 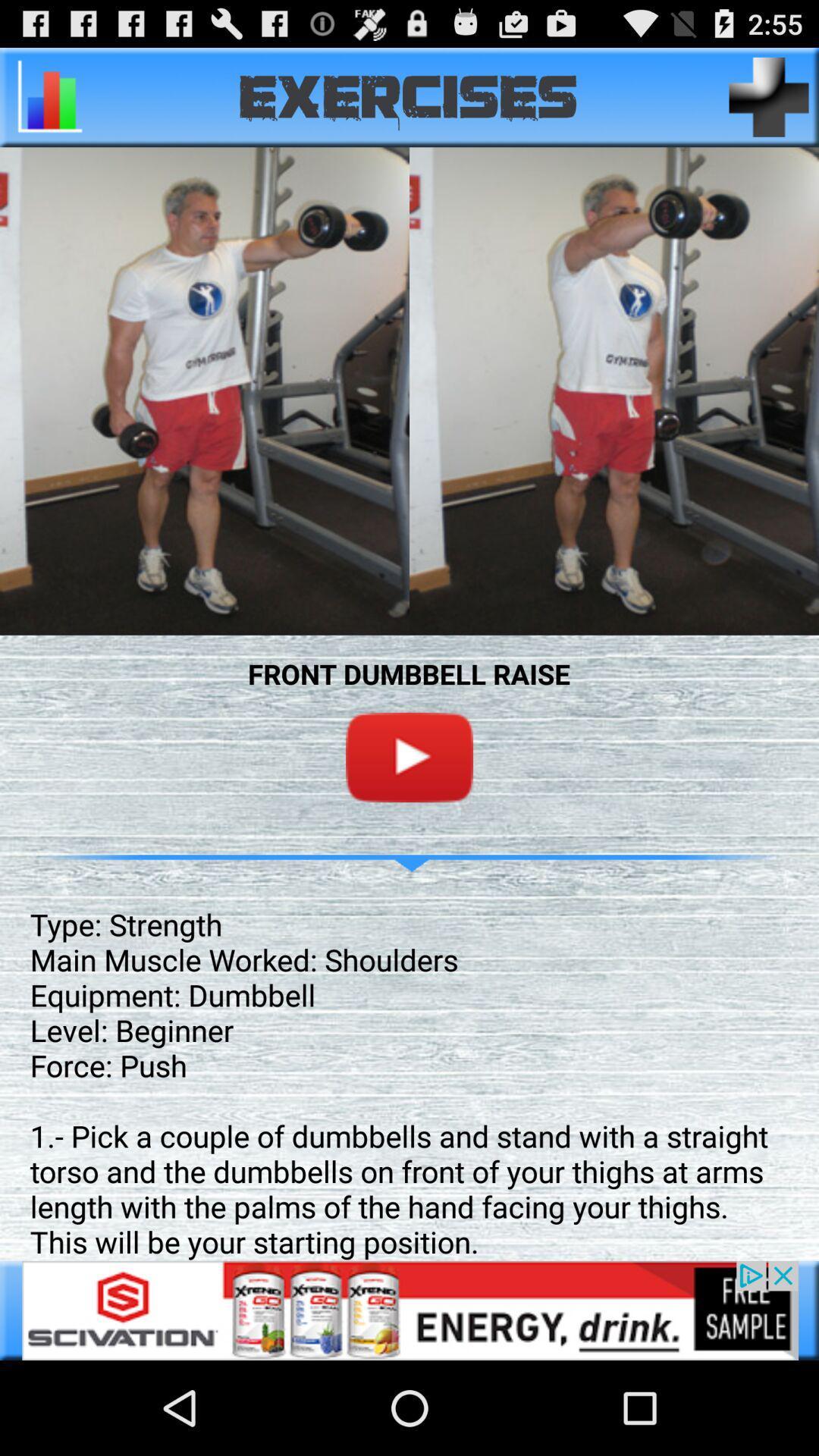 What do you see at coordinates (769, 96) in the screenshot?
I see `page` at bounding box center [769, 96].